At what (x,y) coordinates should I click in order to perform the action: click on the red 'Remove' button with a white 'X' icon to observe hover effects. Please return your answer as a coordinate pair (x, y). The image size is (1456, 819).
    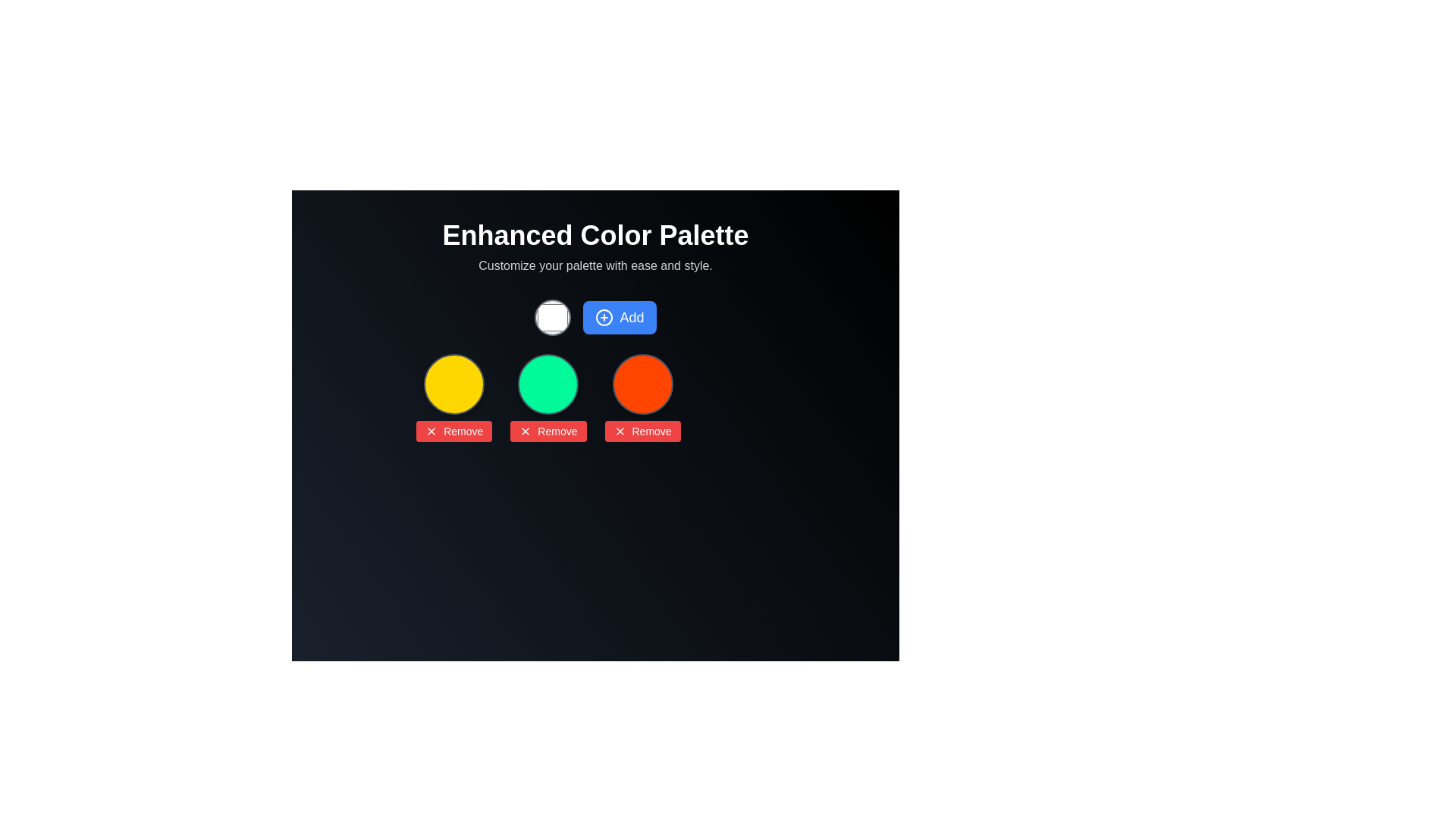
    Looking at the image, I should click on (453, 431).